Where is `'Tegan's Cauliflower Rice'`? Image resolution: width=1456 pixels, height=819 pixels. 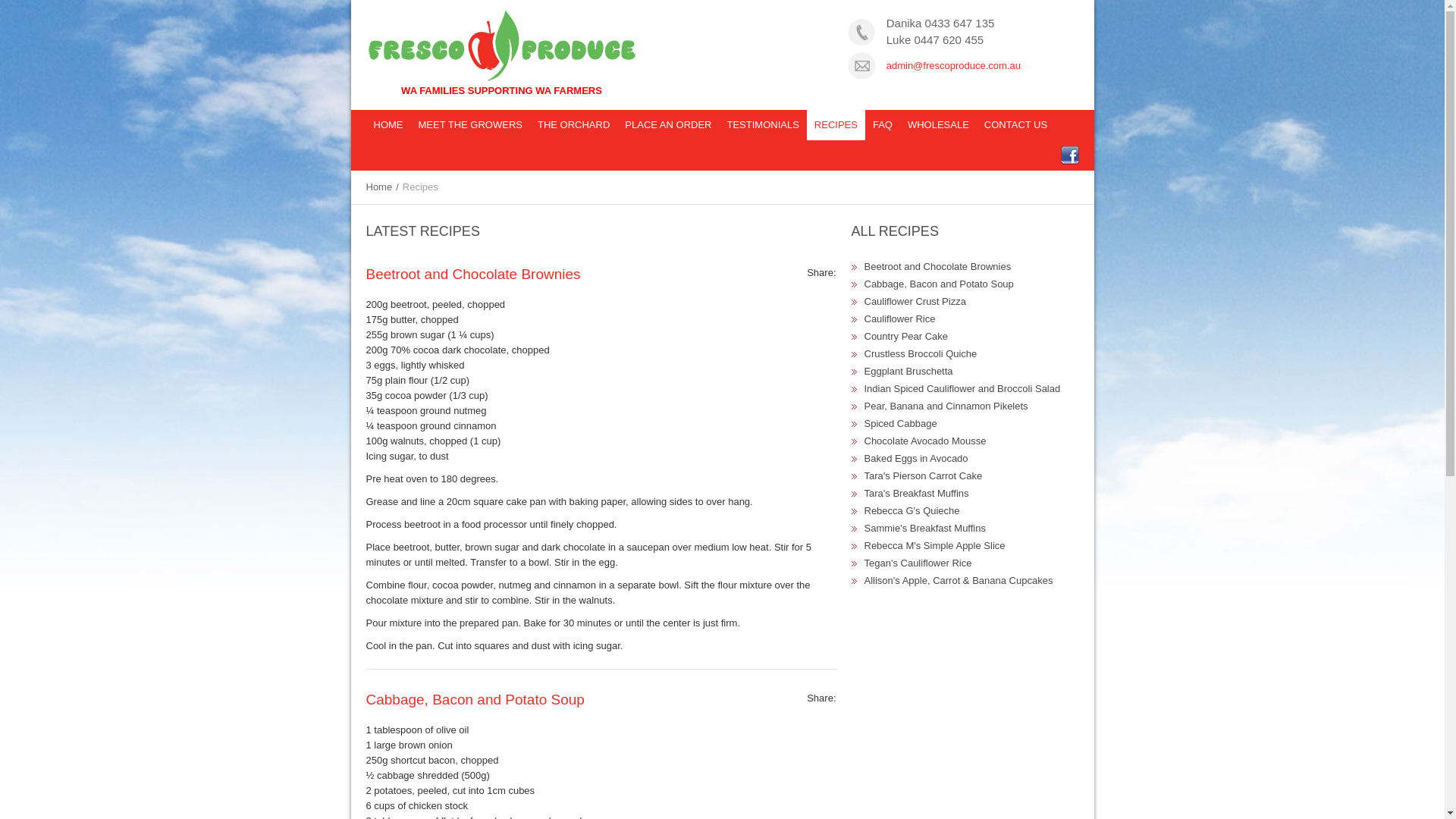
'Tegan's Cauliflower Rice' is located at coordinates (917, 563).